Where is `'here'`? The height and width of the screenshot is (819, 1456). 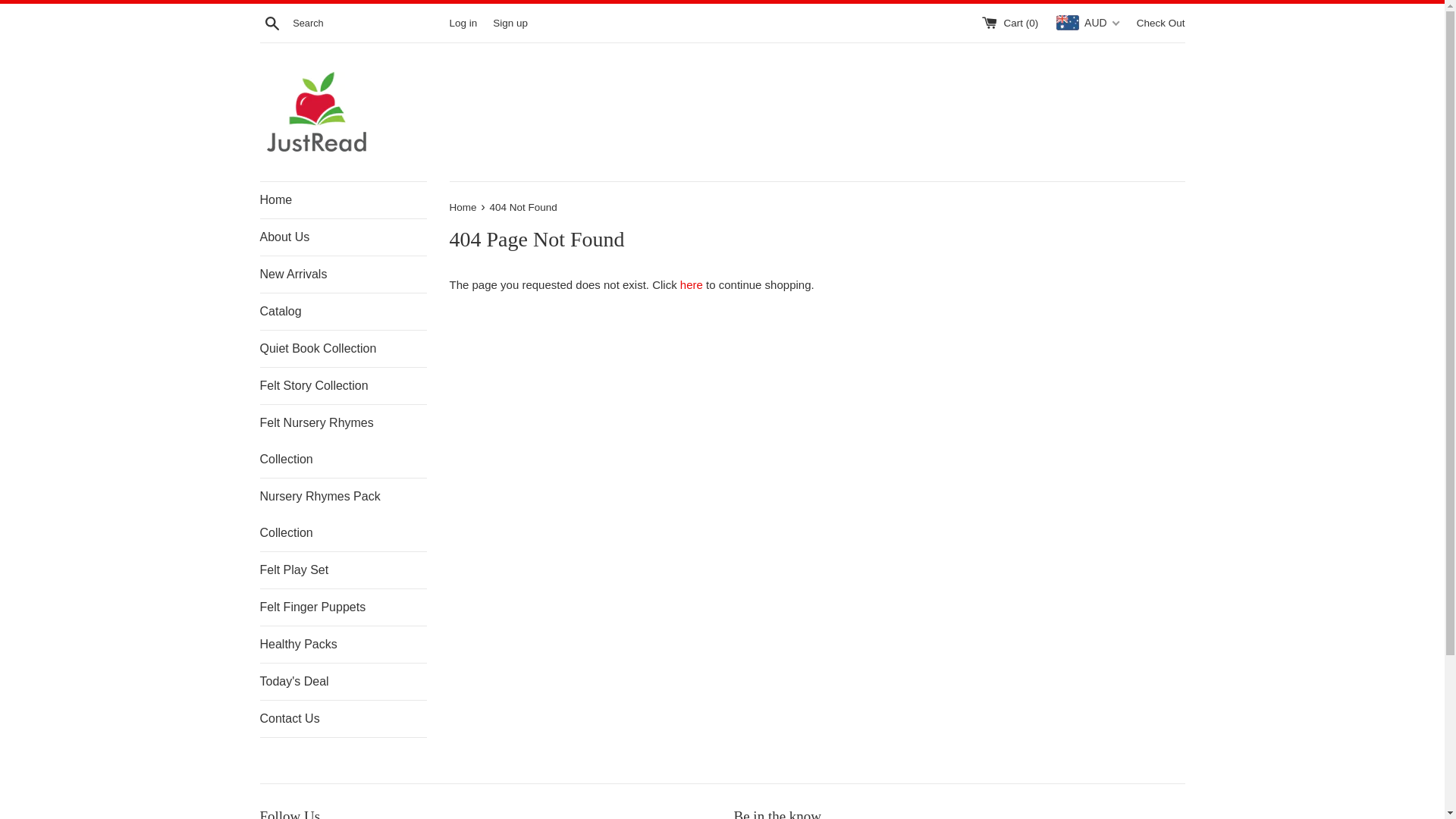
'here' is located at coordinates (691, 284).